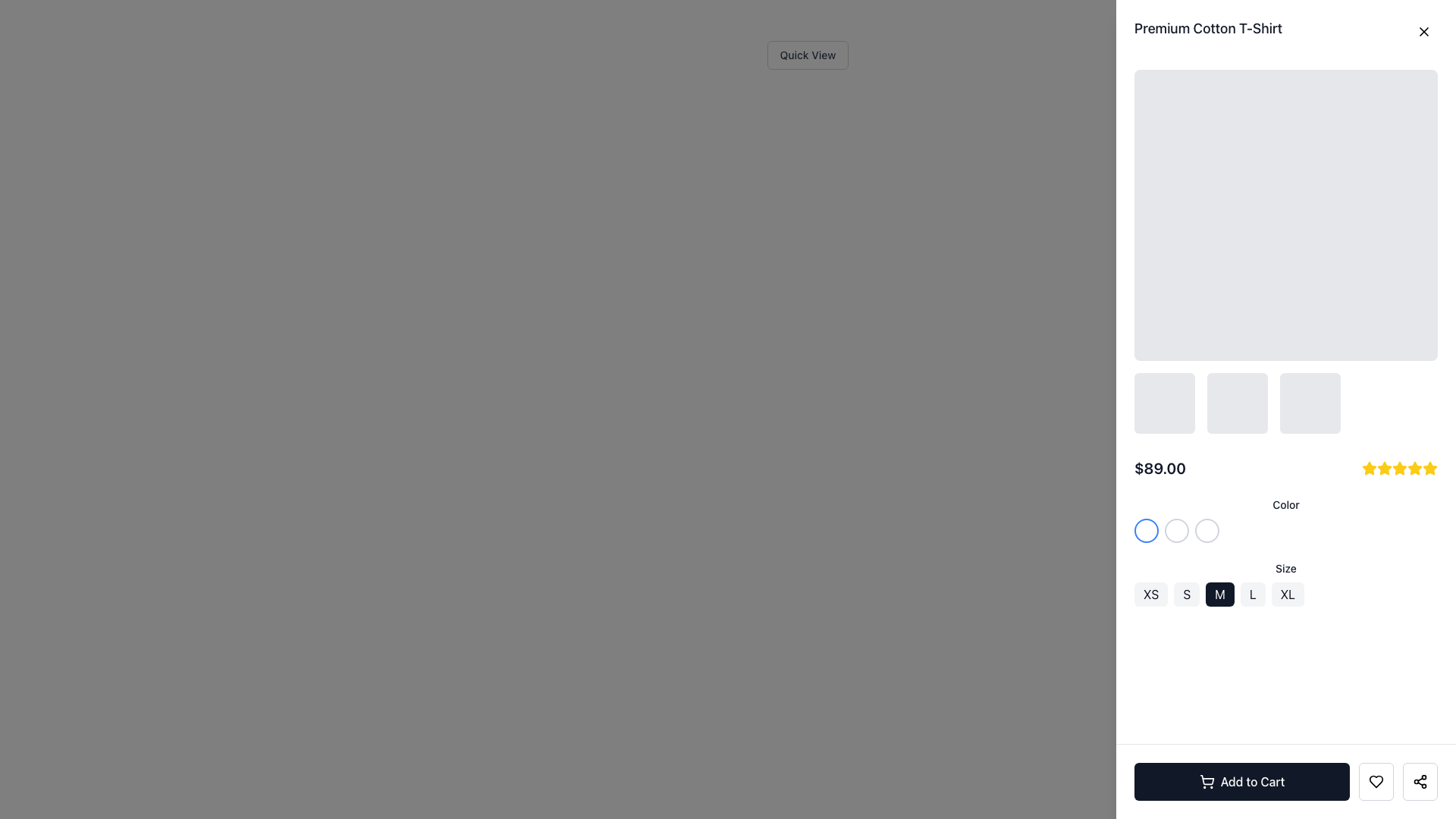 The width and height of the screenshot is (1456, 819). What do you see at coordinates (1285, 568) in the screenshot?
I see `the text label that indicates the purpose of the size options for a product, located above the selectable size options XS, S, M, L, and XL` at bounding box center [1285, 568].